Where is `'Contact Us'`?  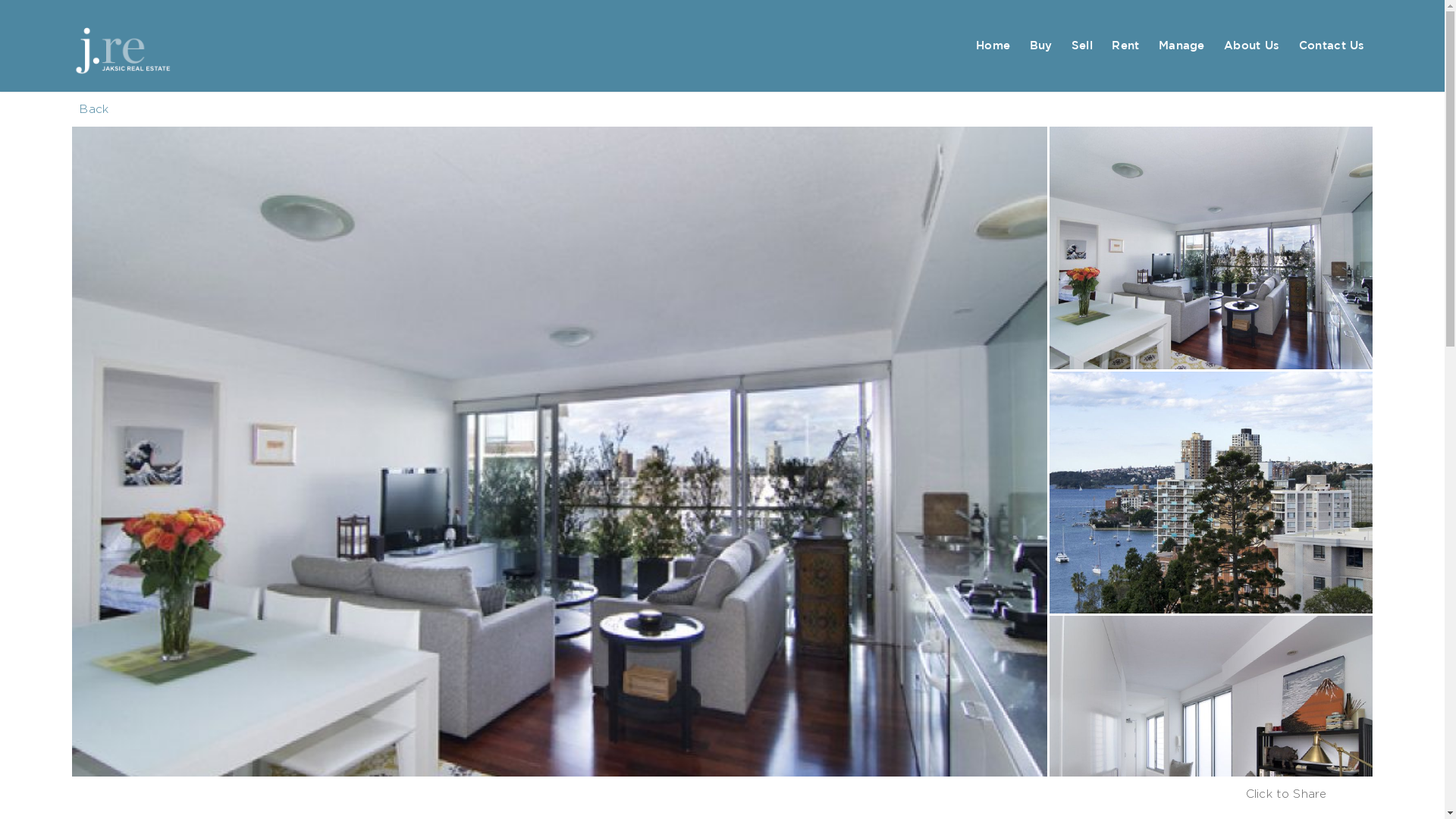
'Contact Us' is located at coordinates (1331, 45).